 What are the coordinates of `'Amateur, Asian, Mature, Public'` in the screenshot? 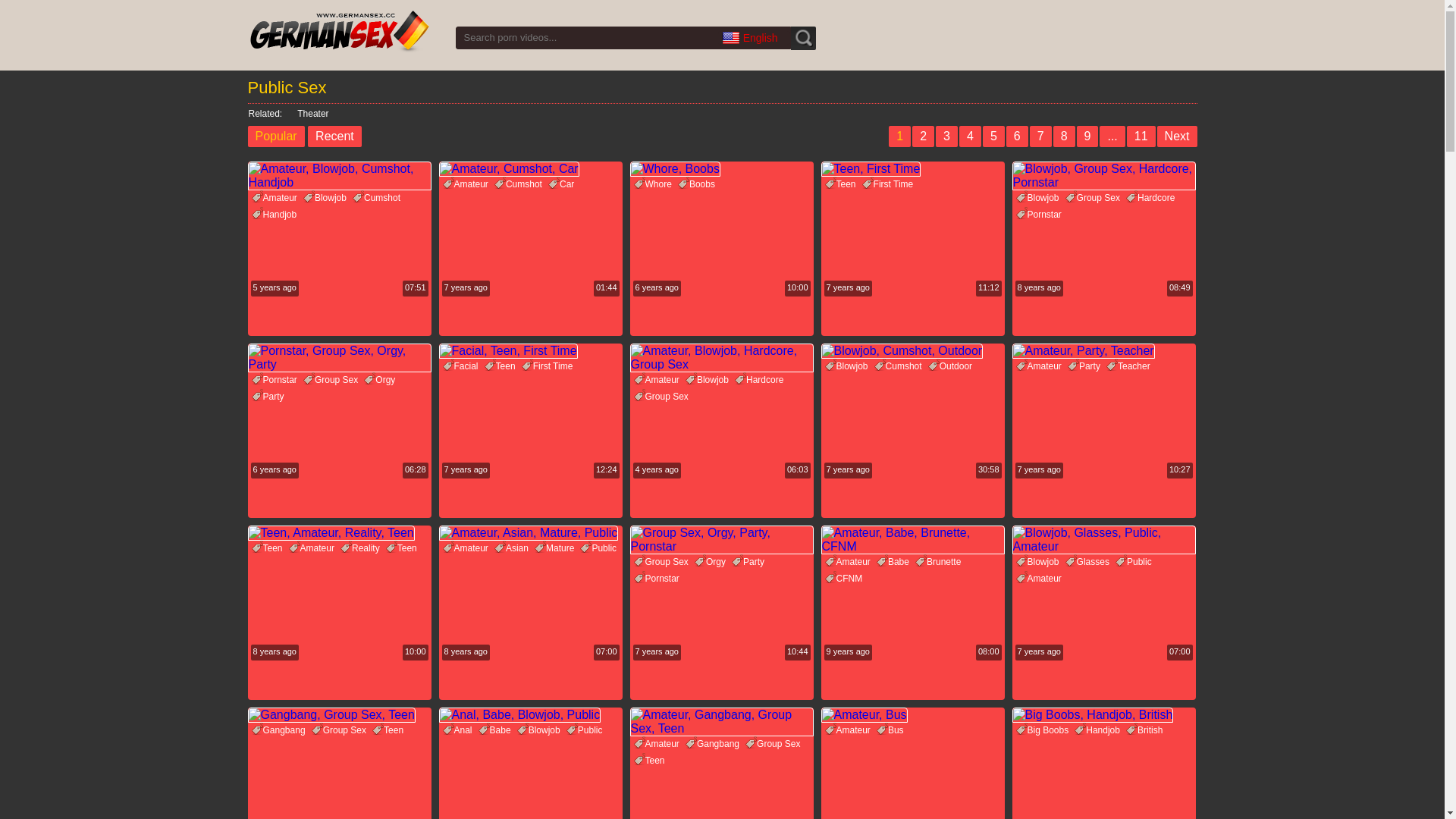 It's located at (530, 532).